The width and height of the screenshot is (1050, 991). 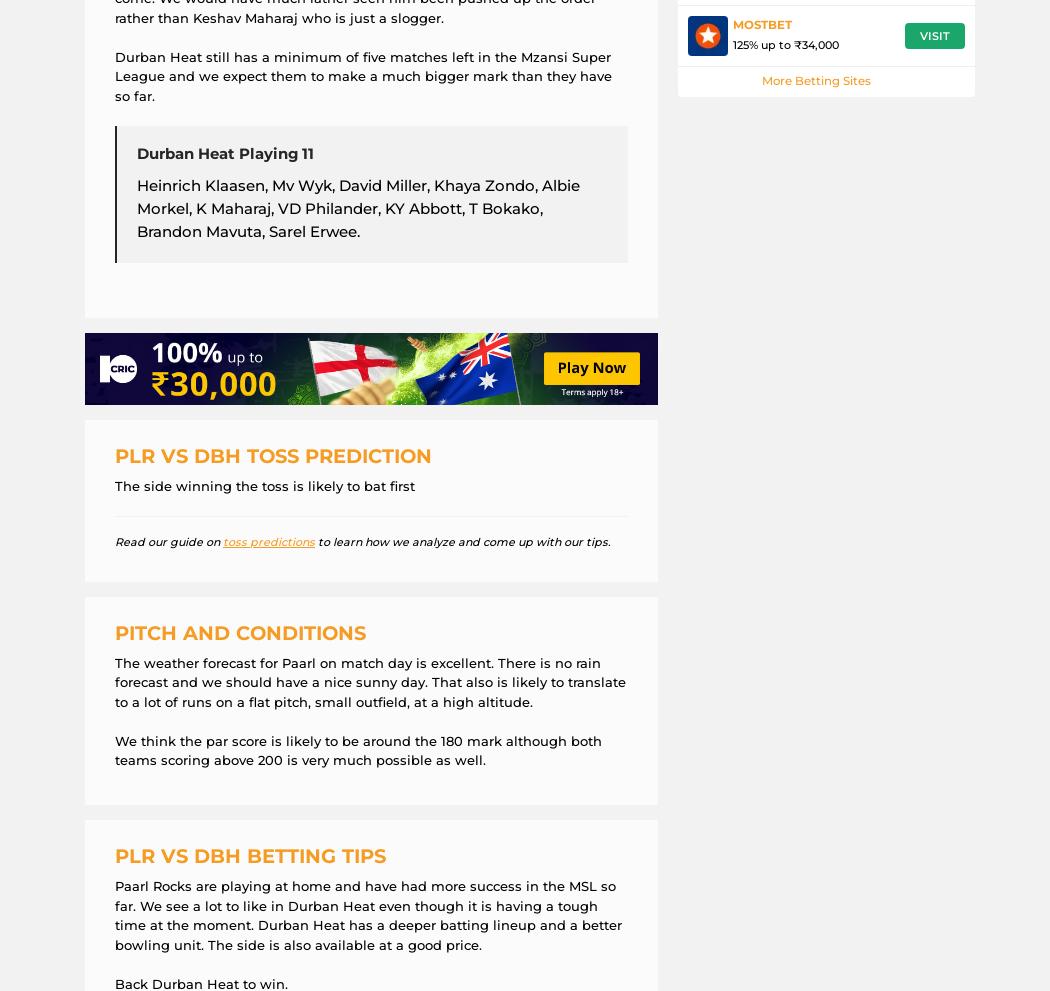 I want to click on 'Pitch and Conditions', so click(x=240, y=630).